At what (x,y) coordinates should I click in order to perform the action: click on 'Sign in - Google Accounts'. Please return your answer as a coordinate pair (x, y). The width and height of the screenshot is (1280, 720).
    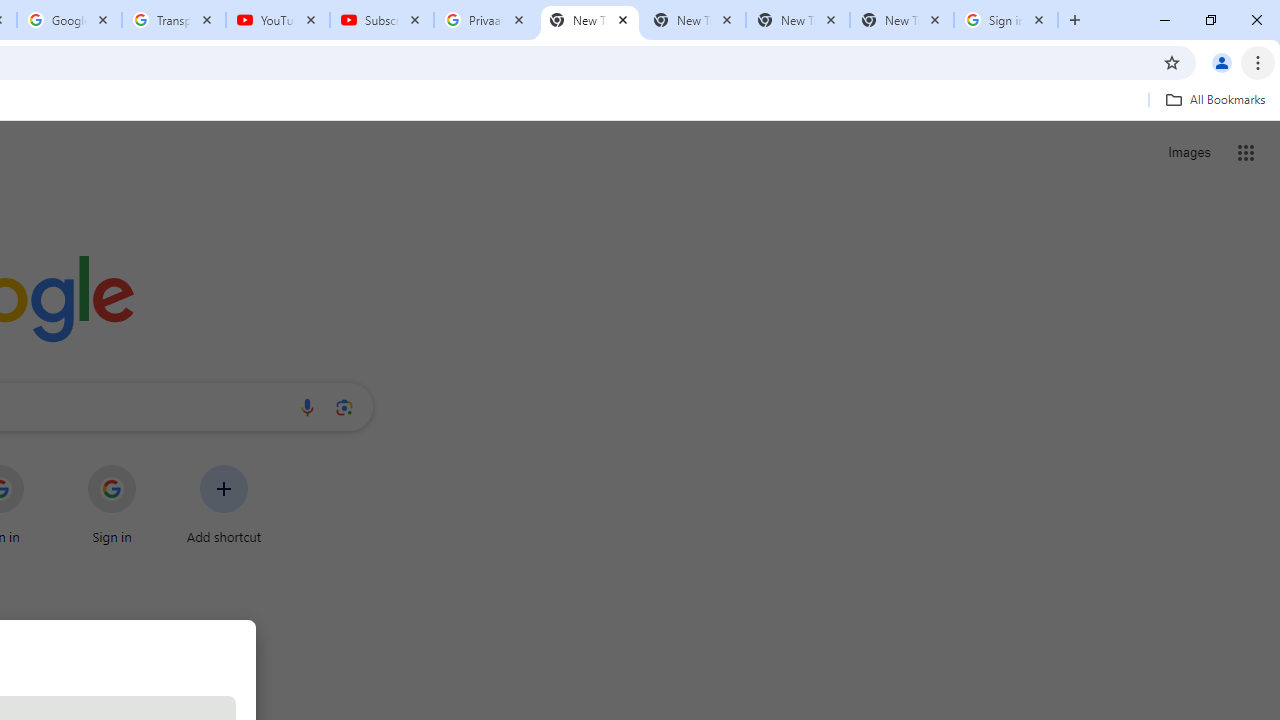
    Looking at the image, I should click on (1006, 20).